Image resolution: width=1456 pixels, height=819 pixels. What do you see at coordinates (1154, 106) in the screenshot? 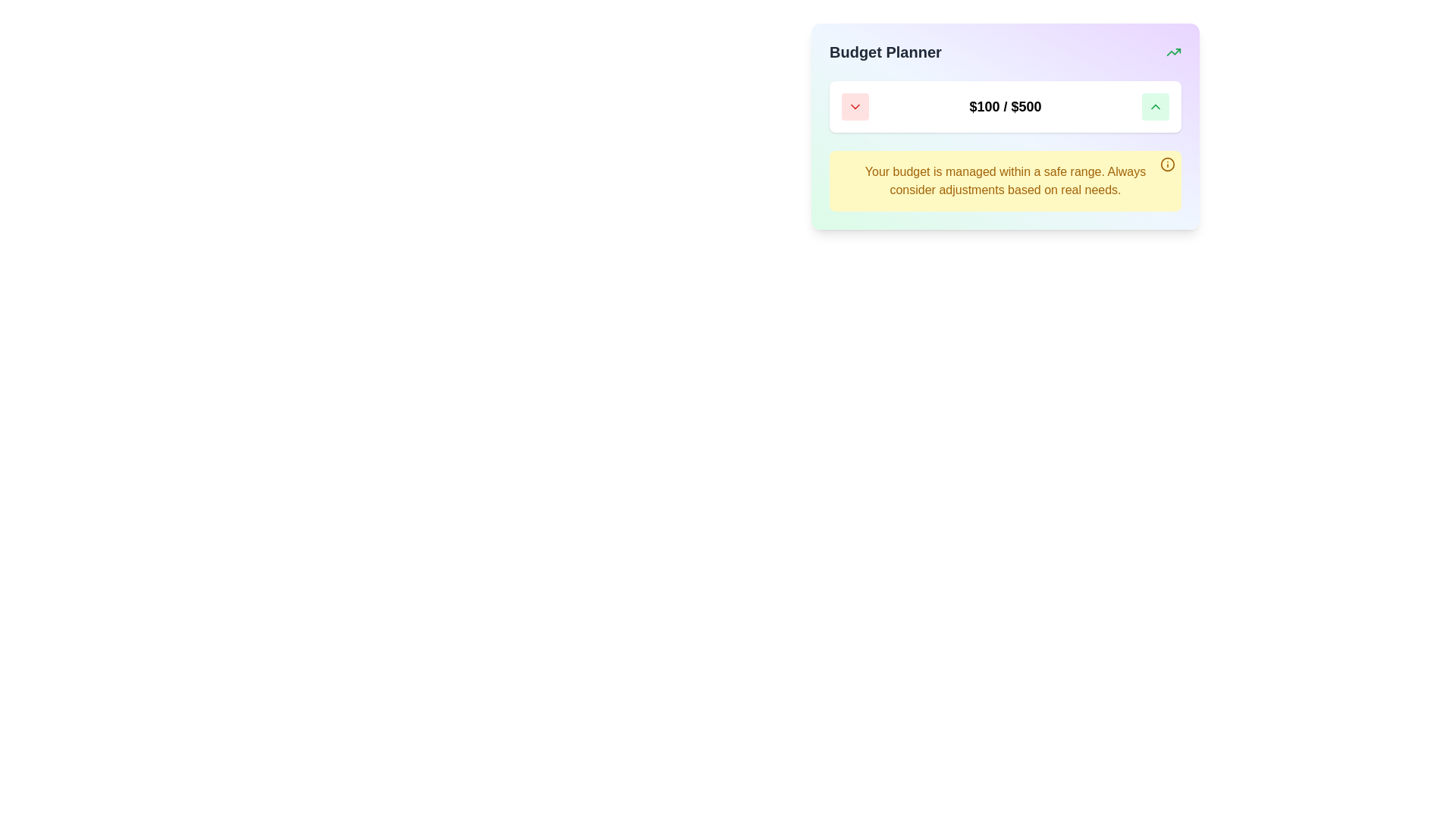
I see `the increment button located to the right of the budget display ('$100 / $500')` at bounding box center [1154, 106].